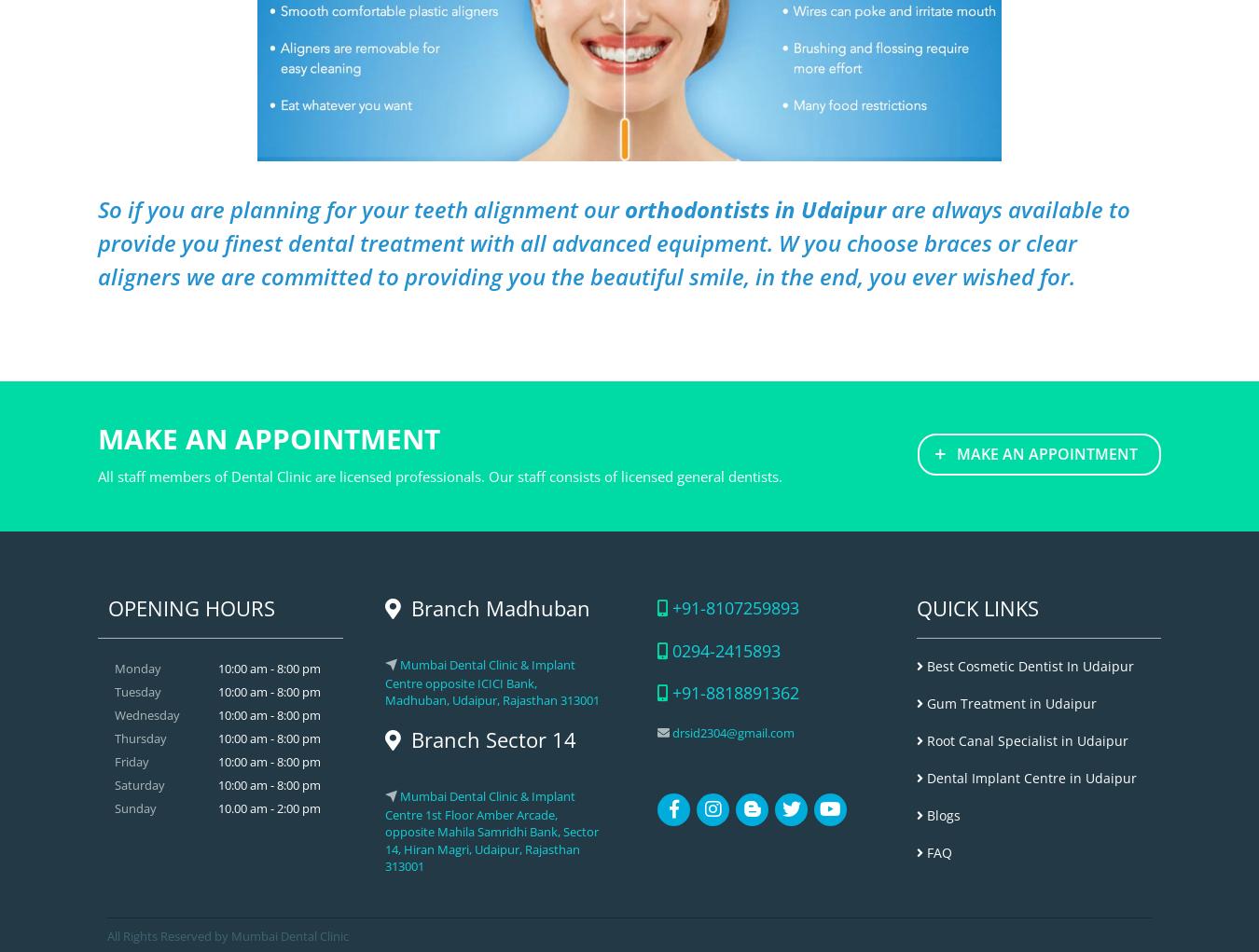 The width and height of the screenshot is (1259, 952). What do you see at coordinates (227, 935) in the screenshot?
I see `'All Rights Reserved by Mumbai Dental Clinic'` at bounding box center [227, 935].